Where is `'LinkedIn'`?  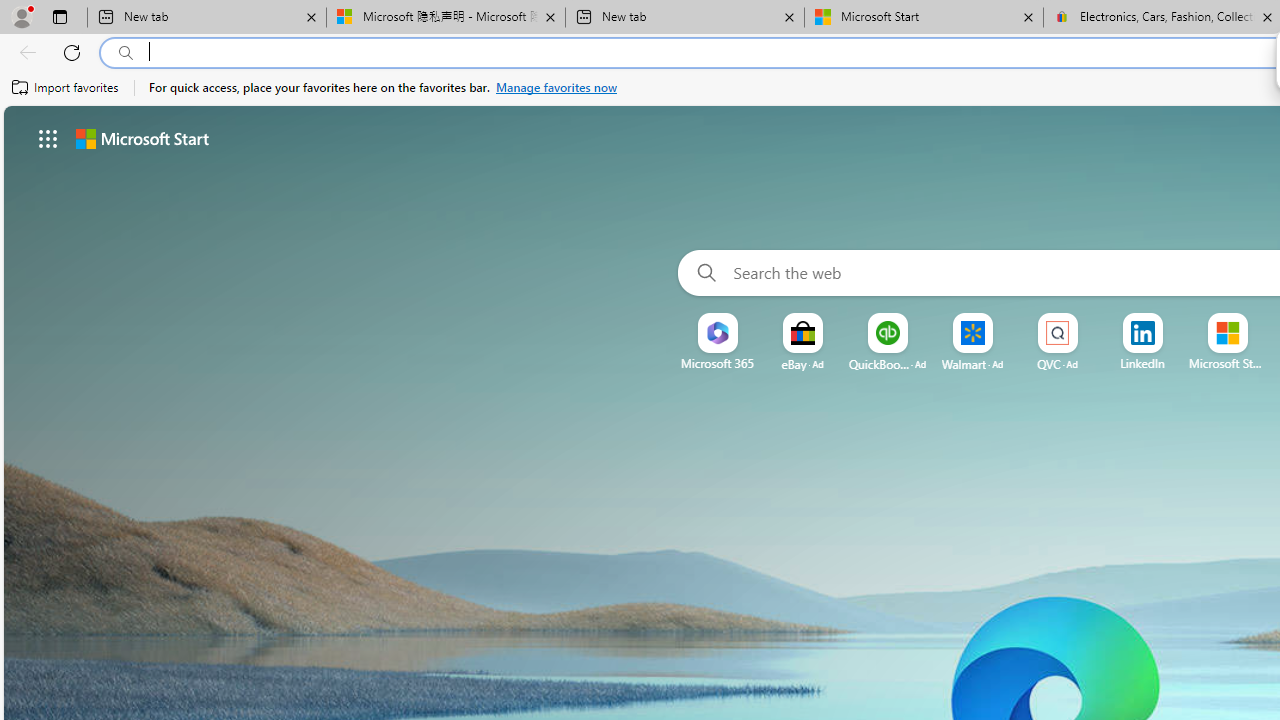
'LinkedIn' is located at coordinates (1142, 363).